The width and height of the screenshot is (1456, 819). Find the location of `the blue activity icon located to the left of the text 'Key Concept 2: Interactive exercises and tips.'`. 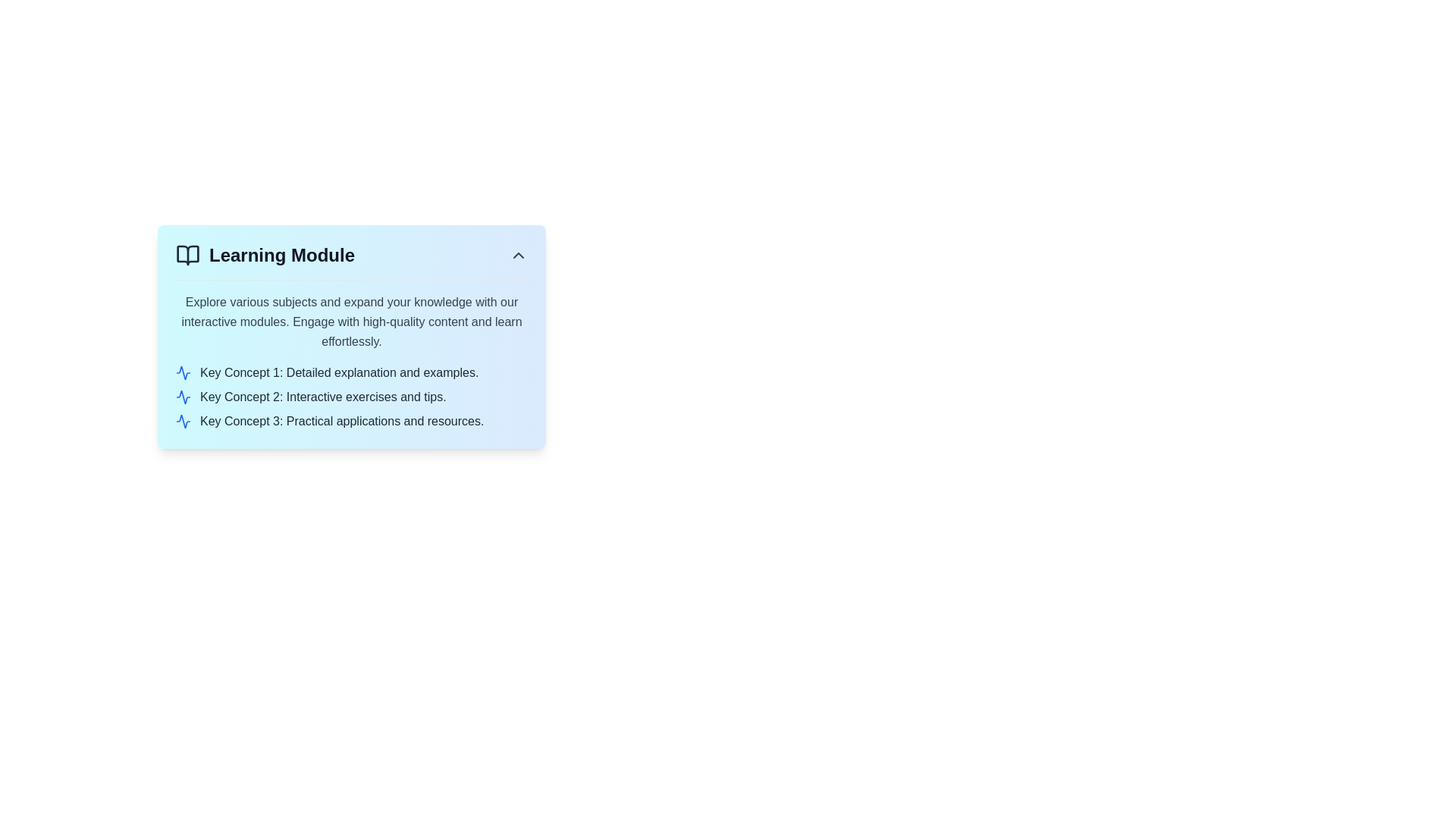

the blue activity icon located to the left of the text 'Key Concept 2: Interactive exercises and tips.' is located at coordinates (182, 397).